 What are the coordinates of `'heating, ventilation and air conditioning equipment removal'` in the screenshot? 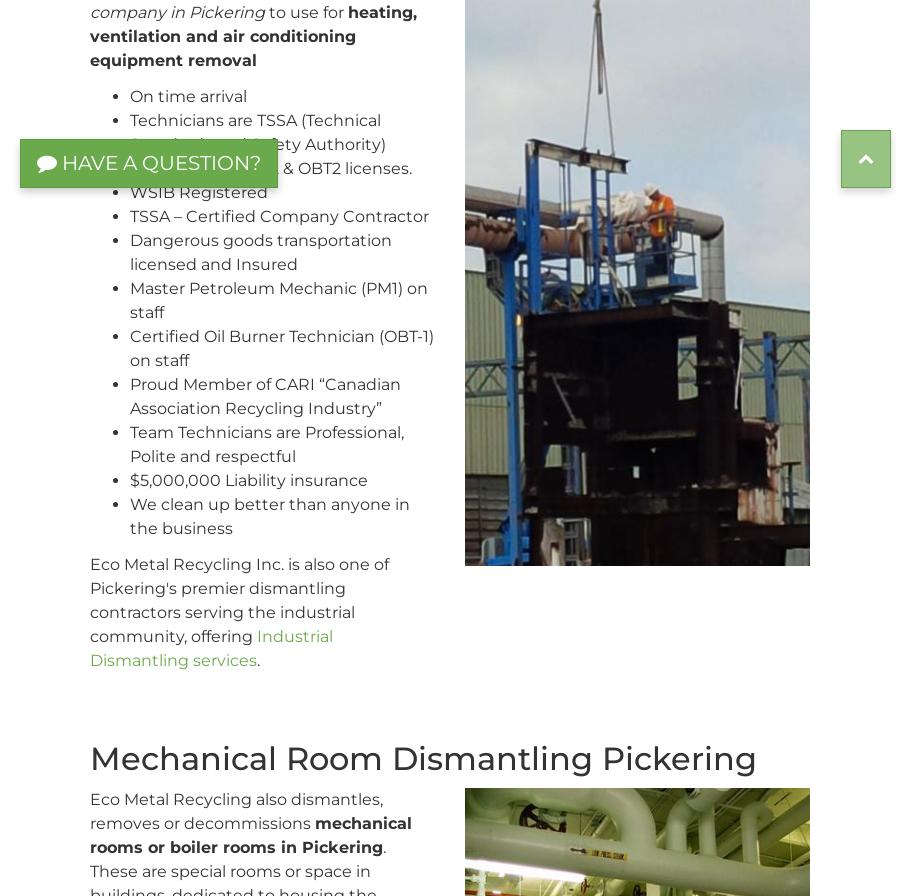 It's located at (89, 35).